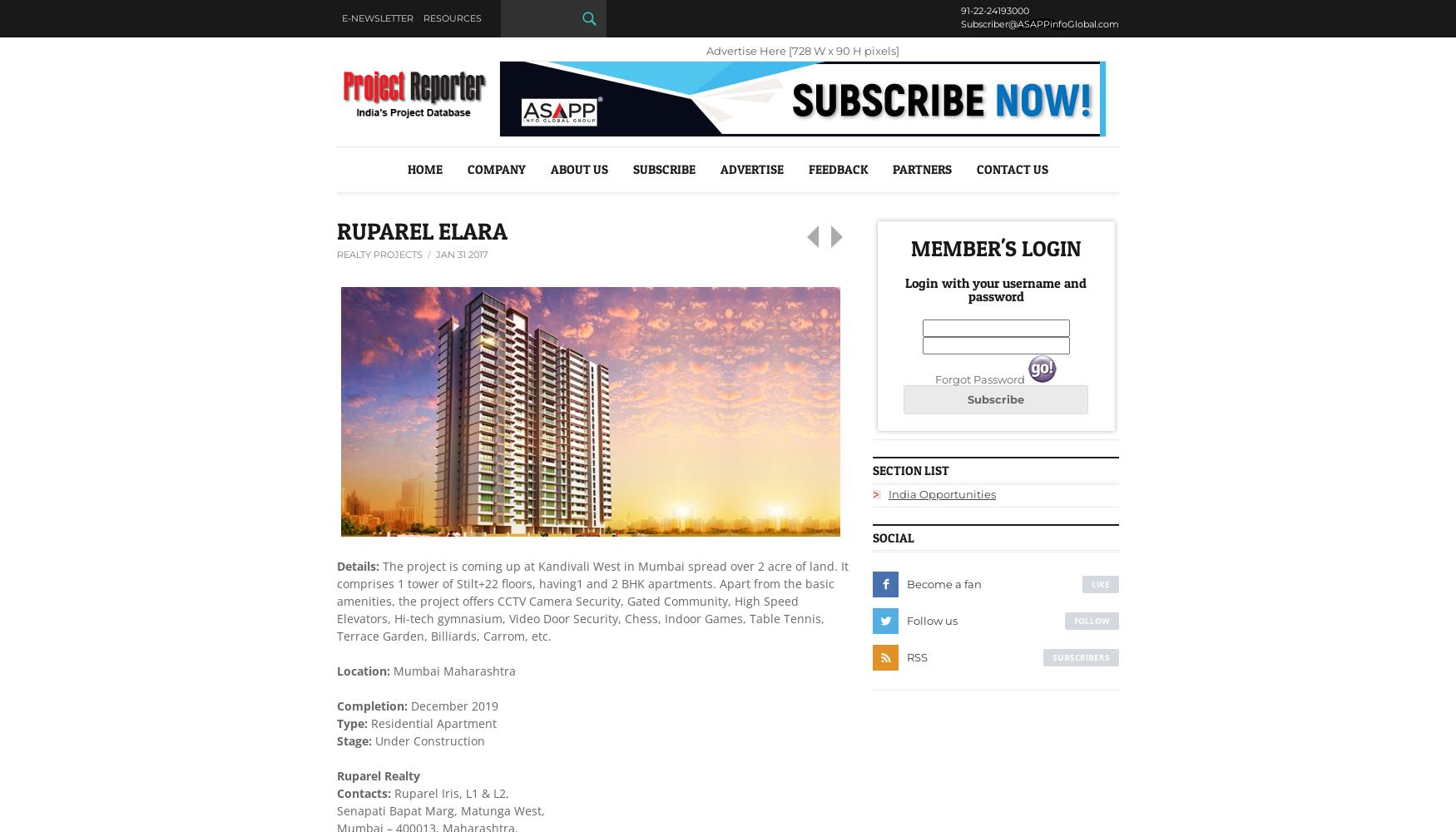  What do you see at coordinates (893, 537) in the screenshot?
I see `'Social'` at bounding box center [893, 537].